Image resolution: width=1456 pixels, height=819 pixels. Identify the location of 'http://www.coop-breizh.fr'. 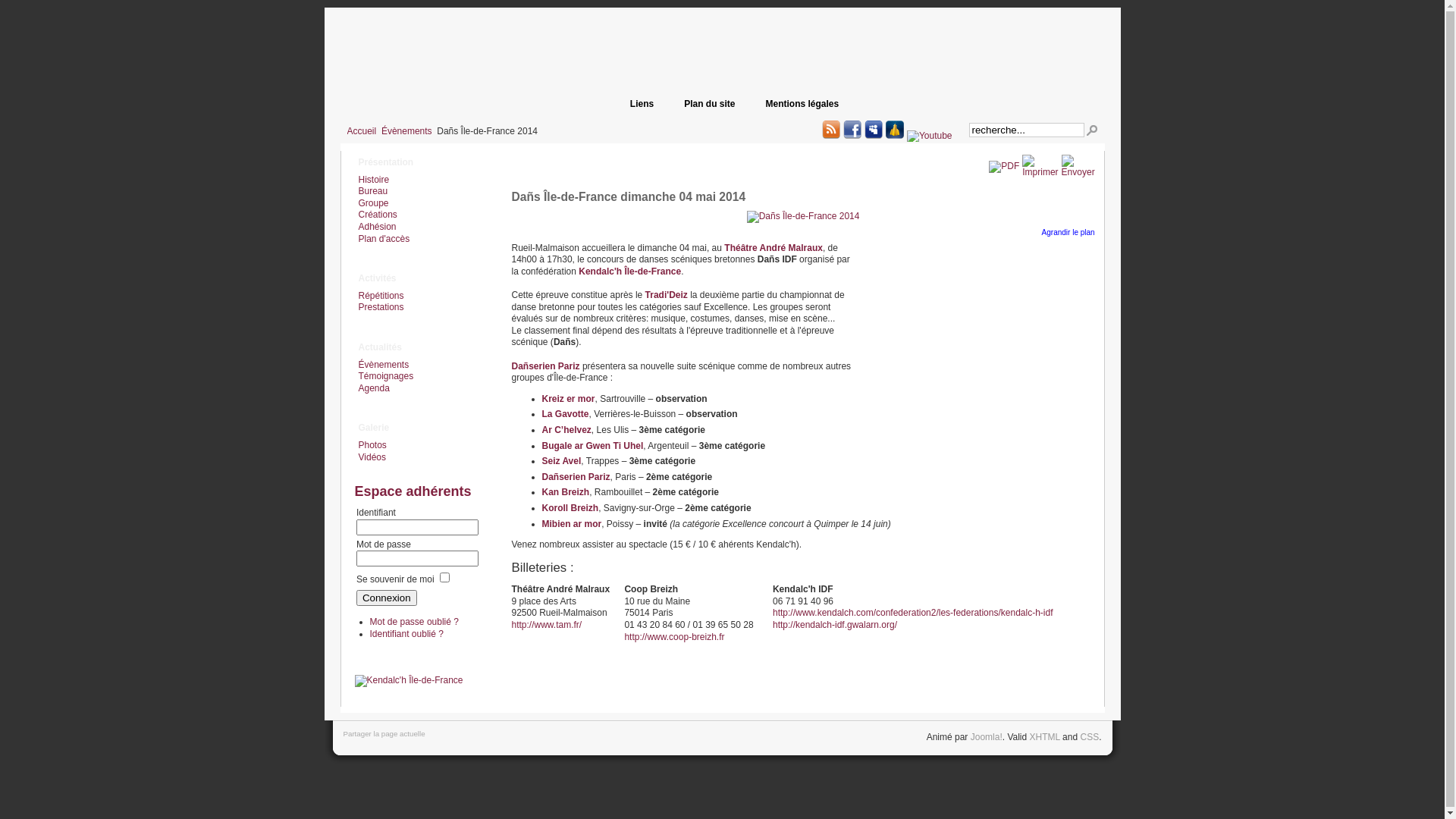
(673, 637).